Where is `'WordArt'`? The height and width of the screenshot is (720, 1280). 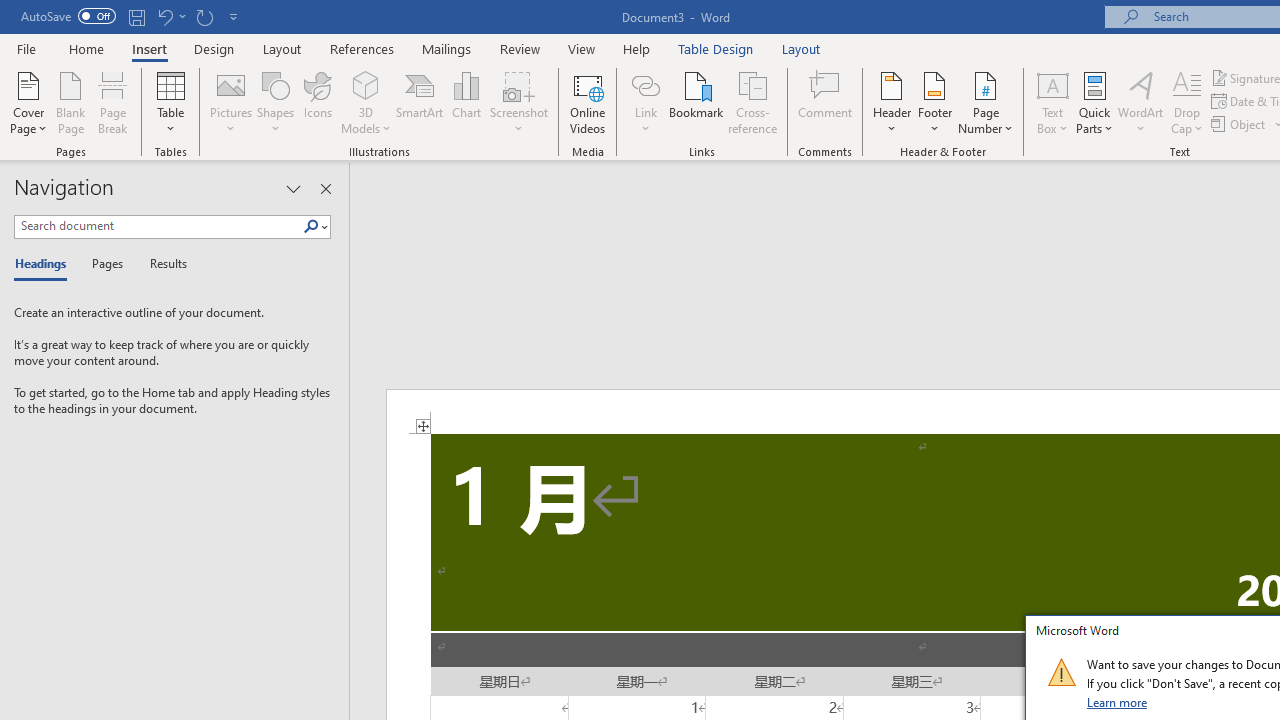
'WordArt' is located at coordinates (1141, 103).